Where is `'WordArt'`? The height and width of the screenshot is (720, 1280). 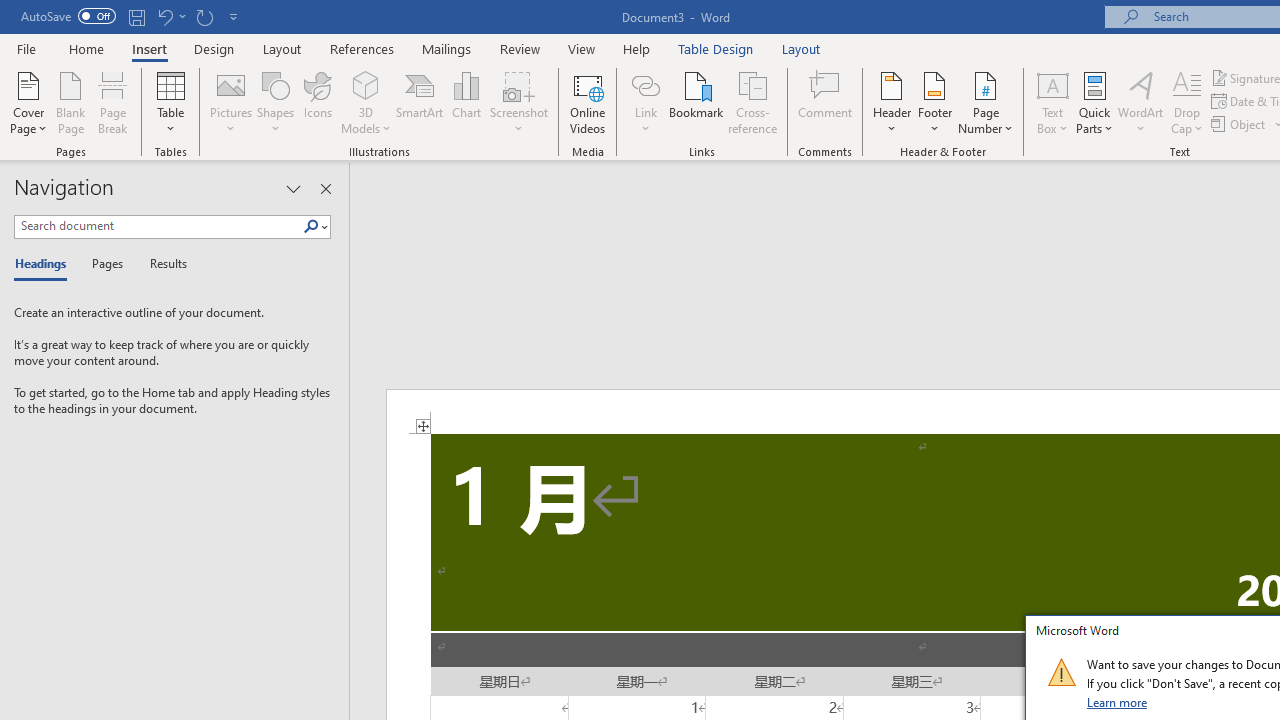
'WordArt' is located at coordinates (1141, 103).